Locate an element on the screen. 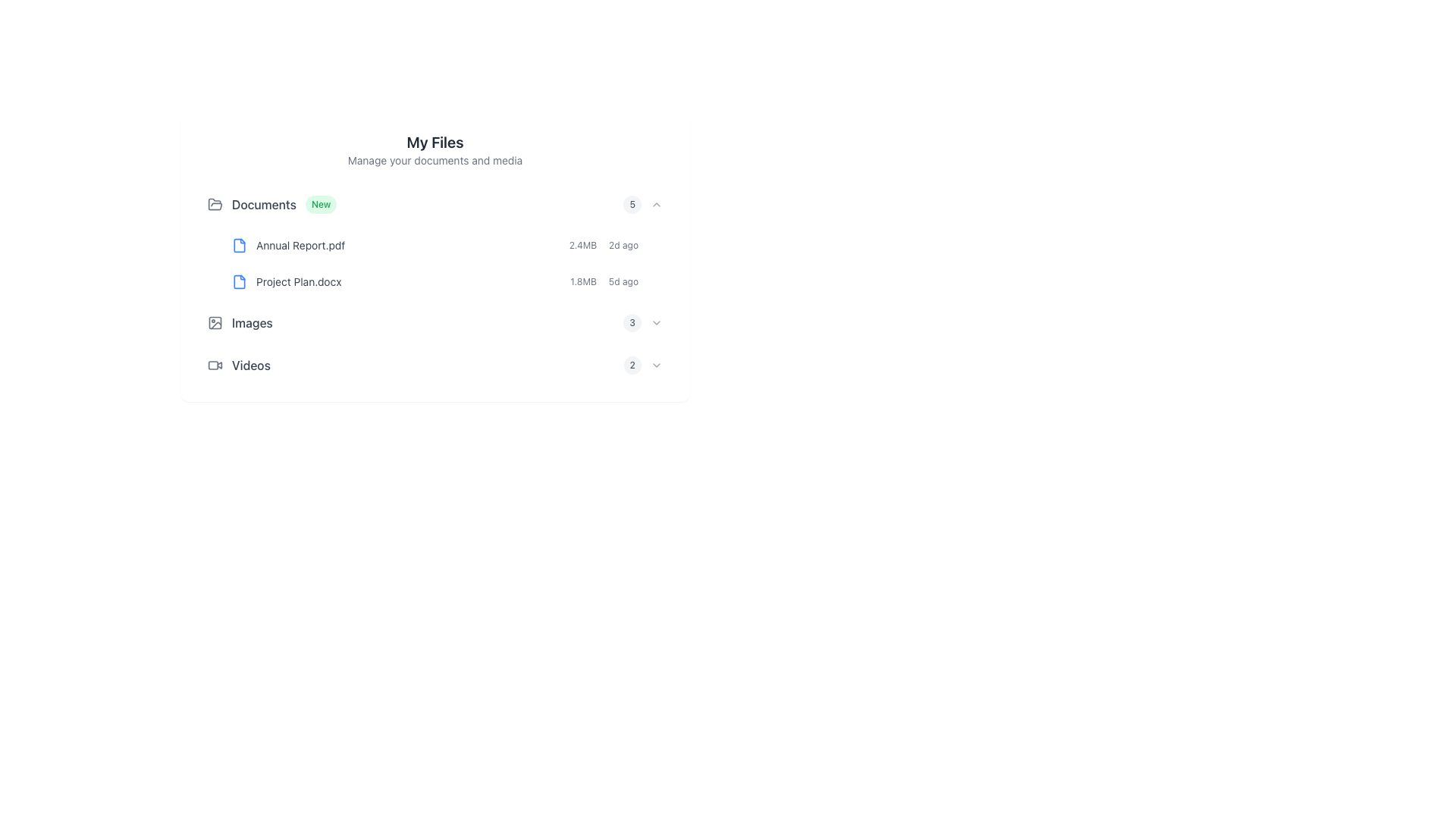 This screenshot has width=1456, height=819. the 'Videos' text element which has an associated video camera icon for more information is located at coordinates (238, 366).